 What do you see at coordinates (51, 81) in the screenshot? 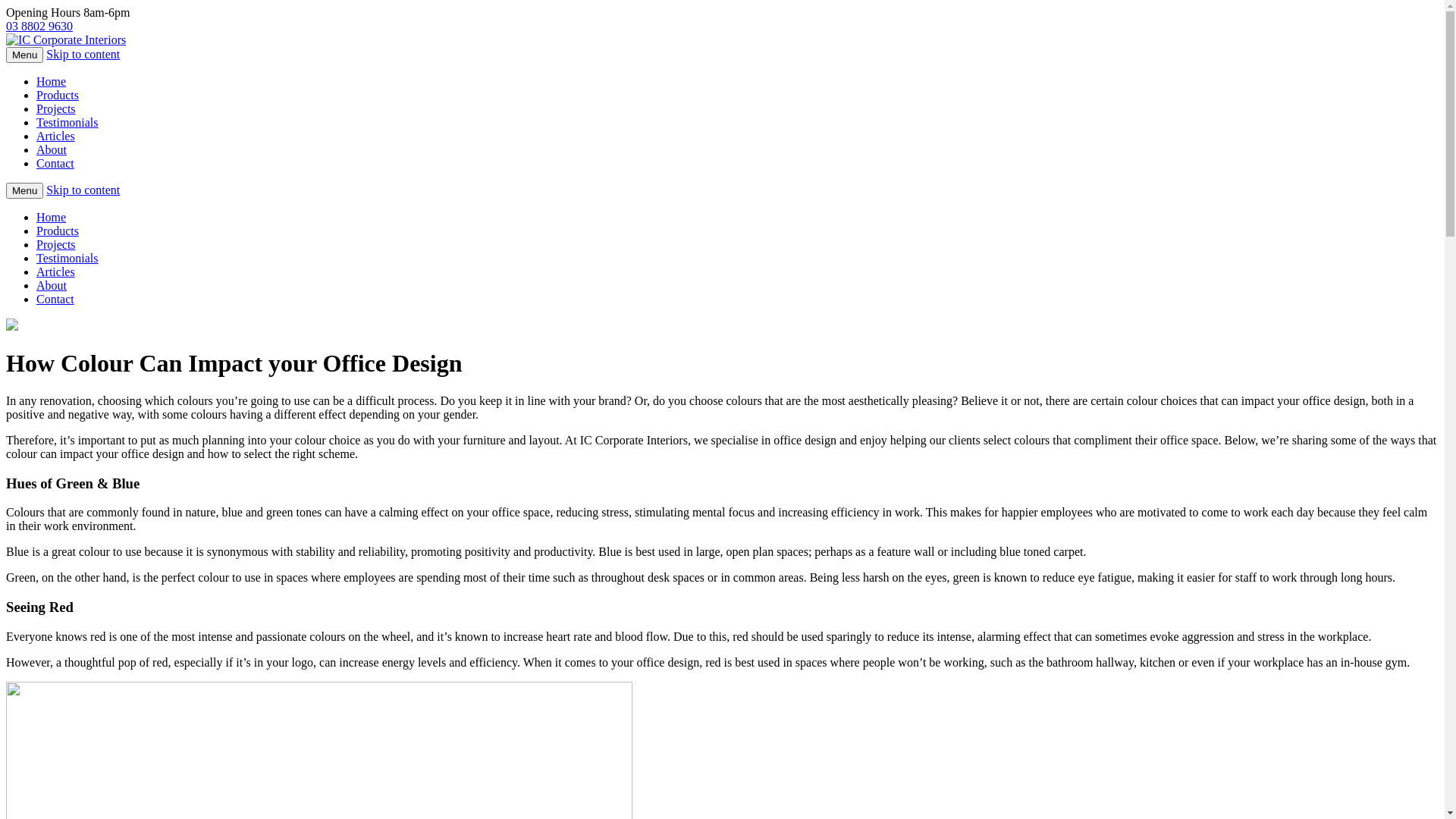
I see `'Home'` at bounding box center [51, 81].